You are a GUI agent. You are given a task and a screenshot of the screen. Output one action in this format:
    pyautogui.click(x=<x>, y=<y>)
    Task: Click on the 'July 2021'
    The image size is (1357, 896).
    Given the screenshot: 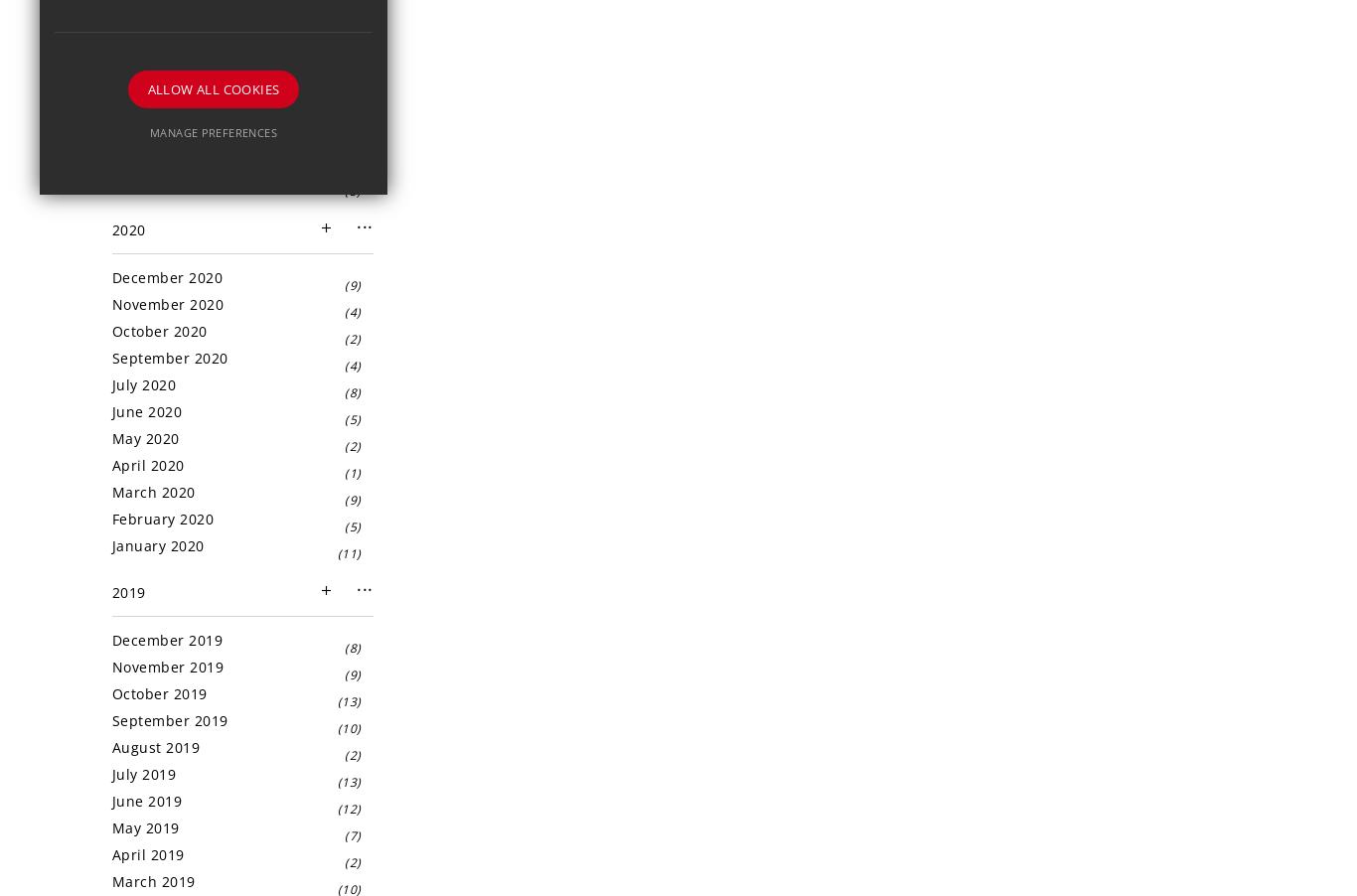 What is the action you would take?
    pyautogui.click(x=142, y=21)
    